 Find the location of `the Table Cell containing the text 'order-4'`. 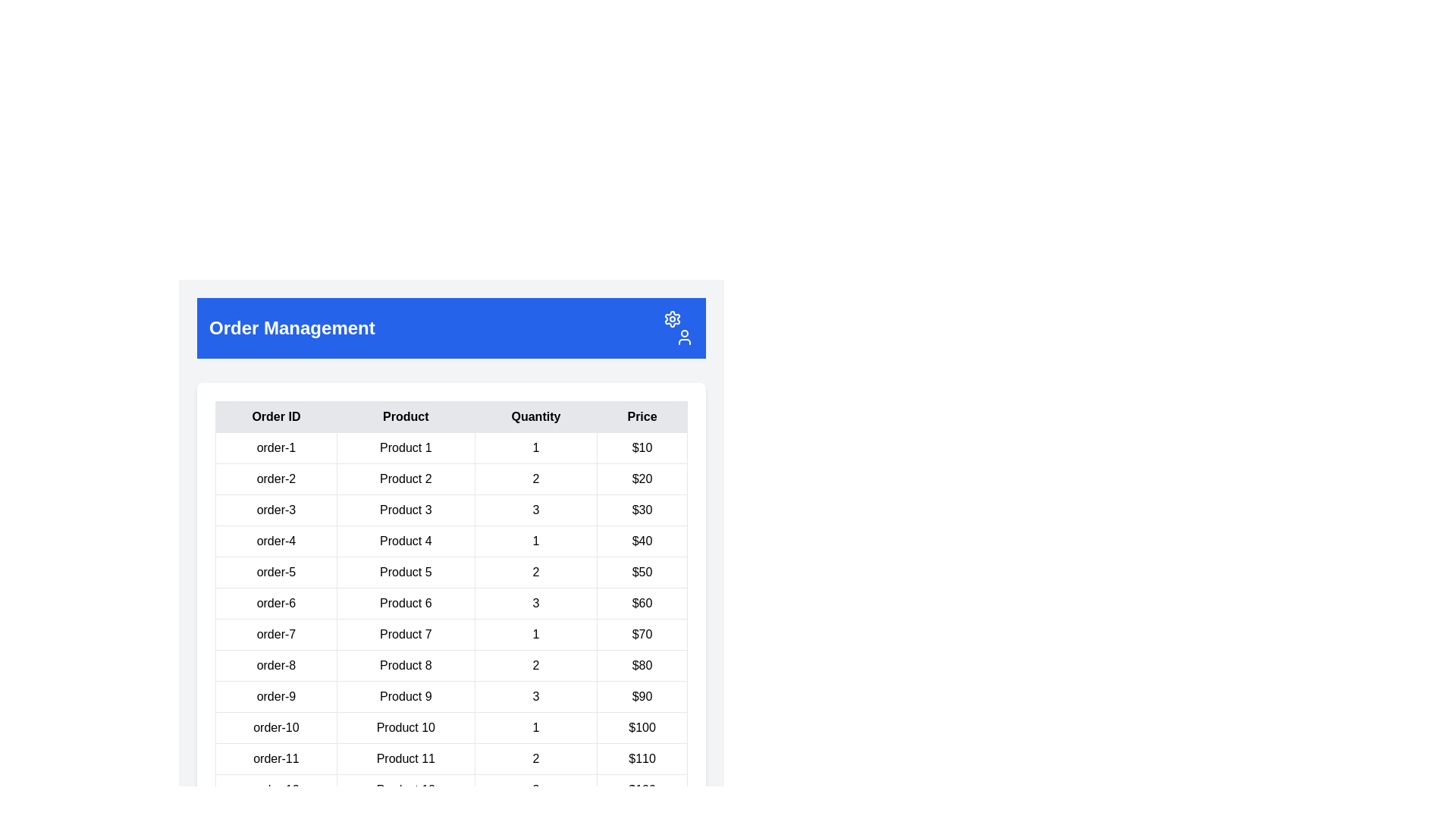

the Table Cell containing the text 'order-4' is located at coordinates (276, 540).